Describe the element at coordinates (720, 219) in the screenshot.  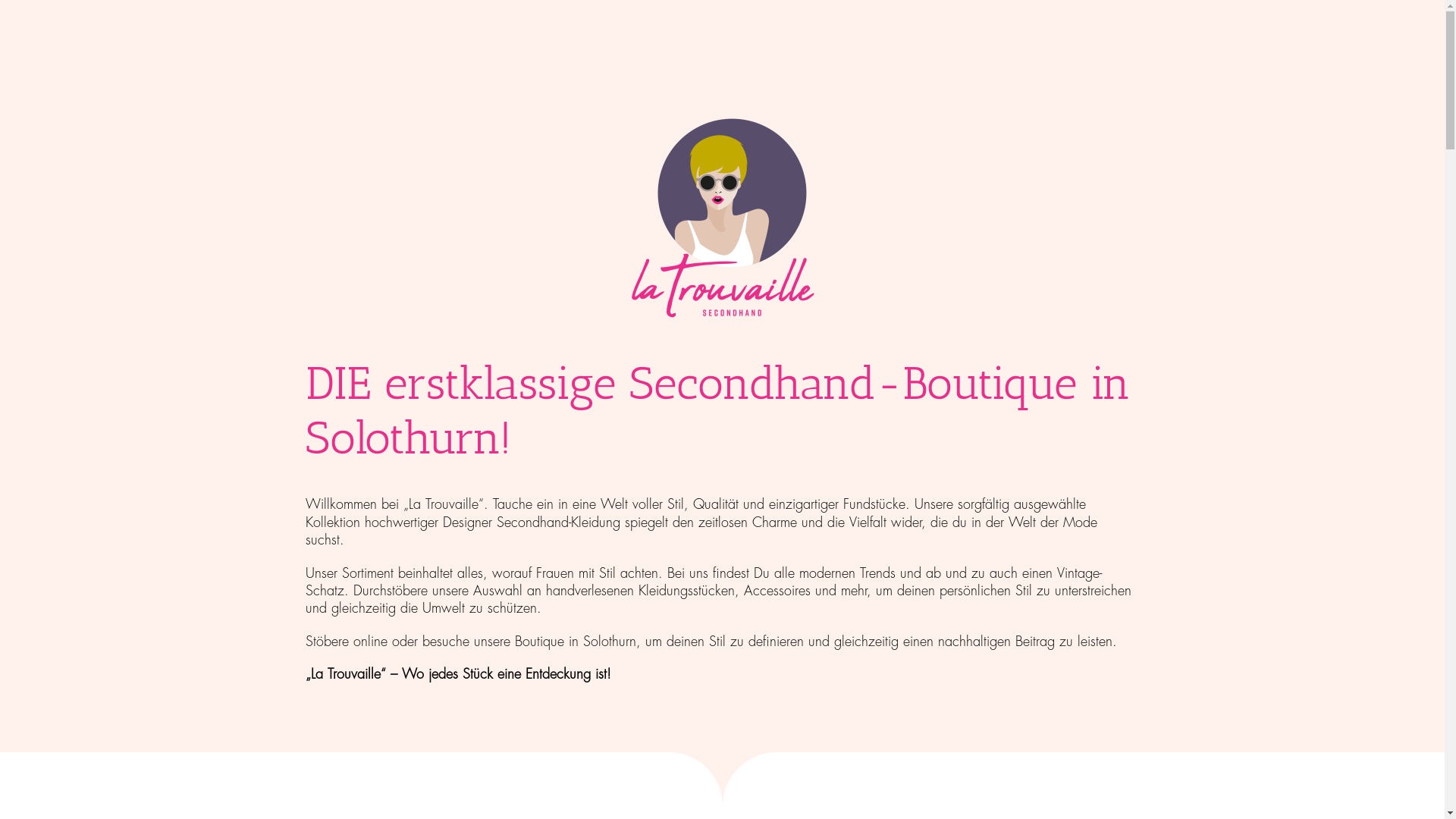
I see `'LaTrouvaille_2ndhand'` at that location.